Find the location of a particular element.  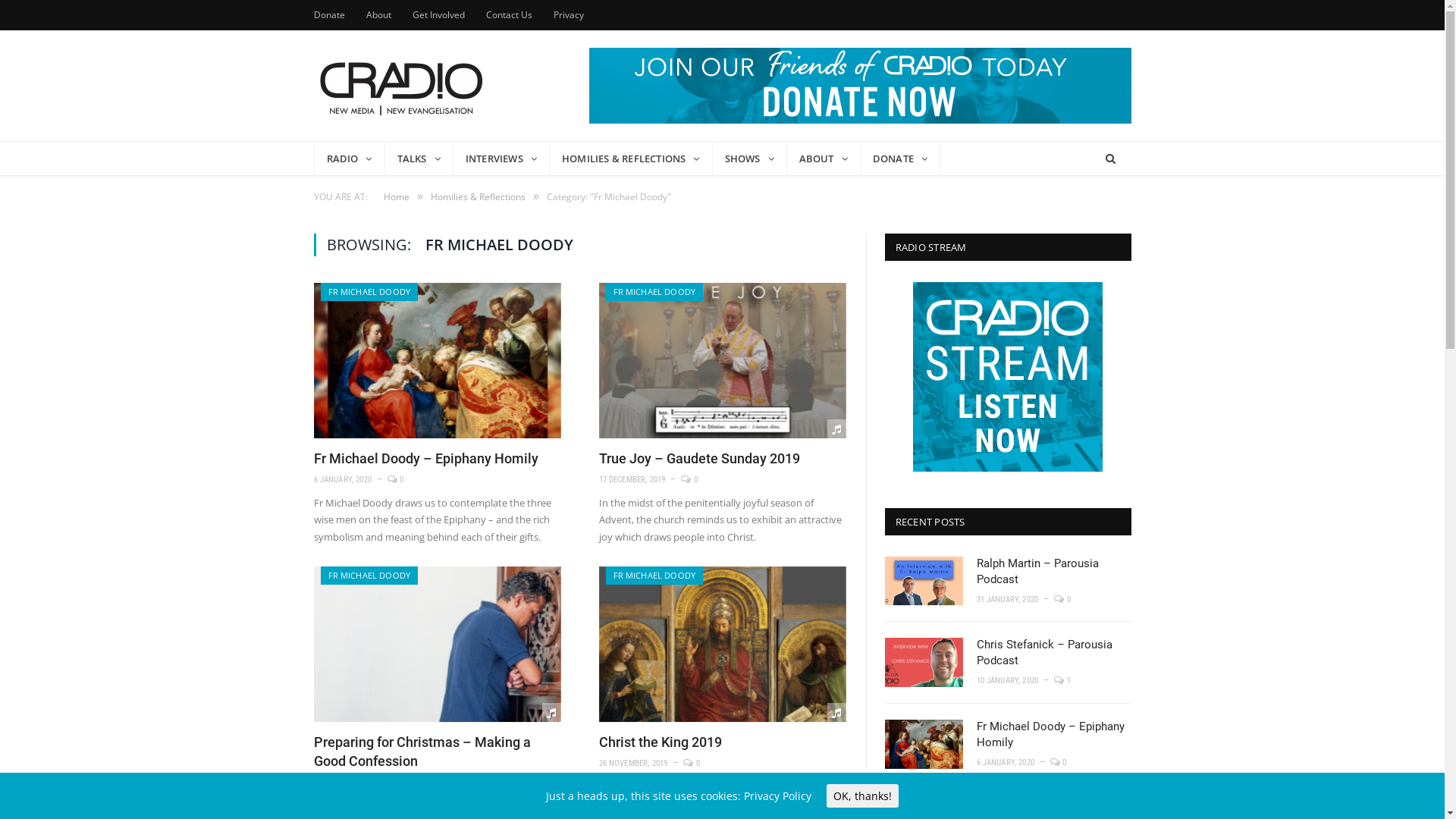

'INTERVIEWS' is located at coordinates (501, 158).